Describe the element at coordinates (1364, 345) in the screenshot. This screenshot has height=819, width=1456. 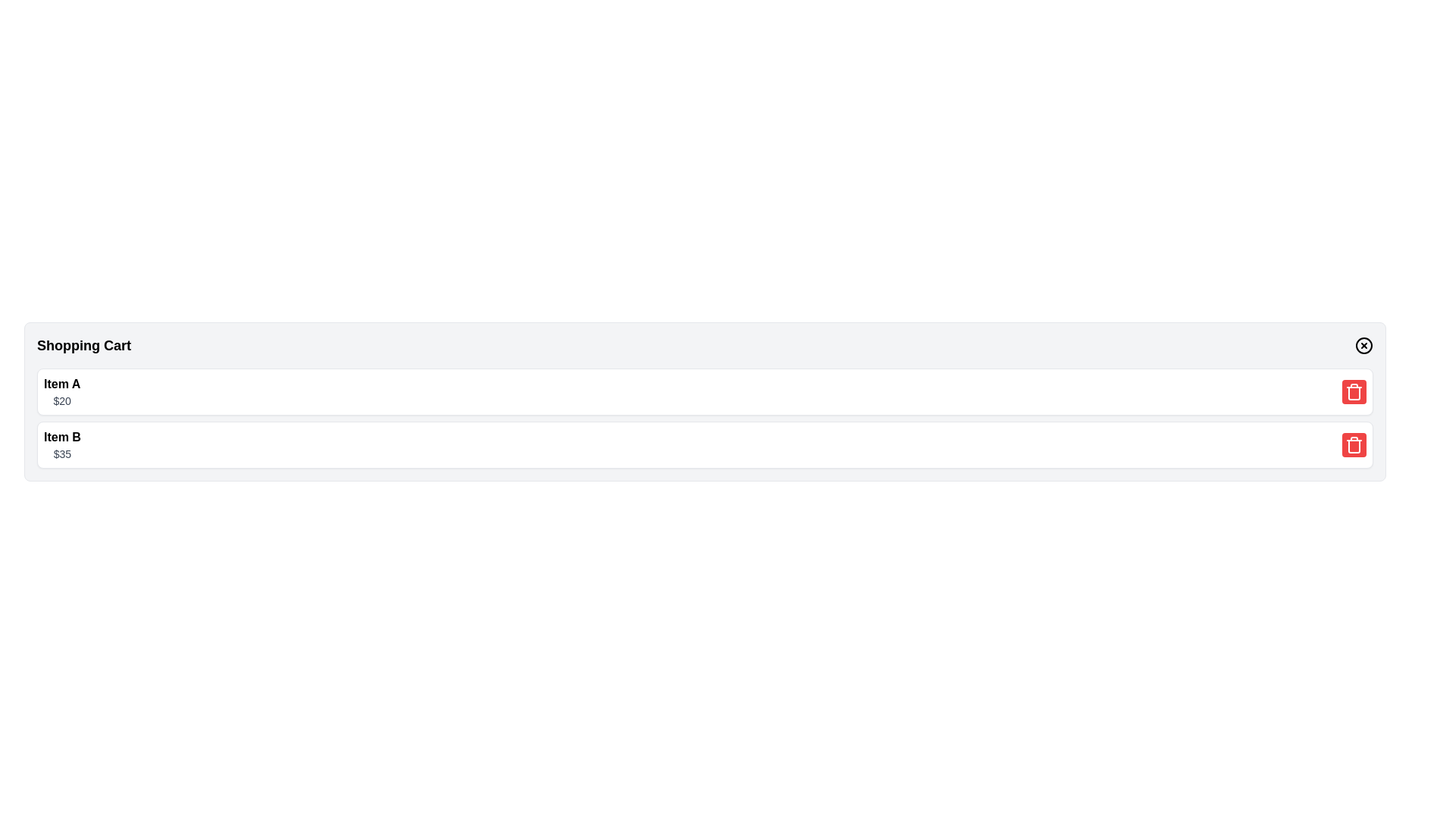
I see `the circular button with an 'X' icon in the center, located in the top-right corner of the Shopping Cart header section` at that location.